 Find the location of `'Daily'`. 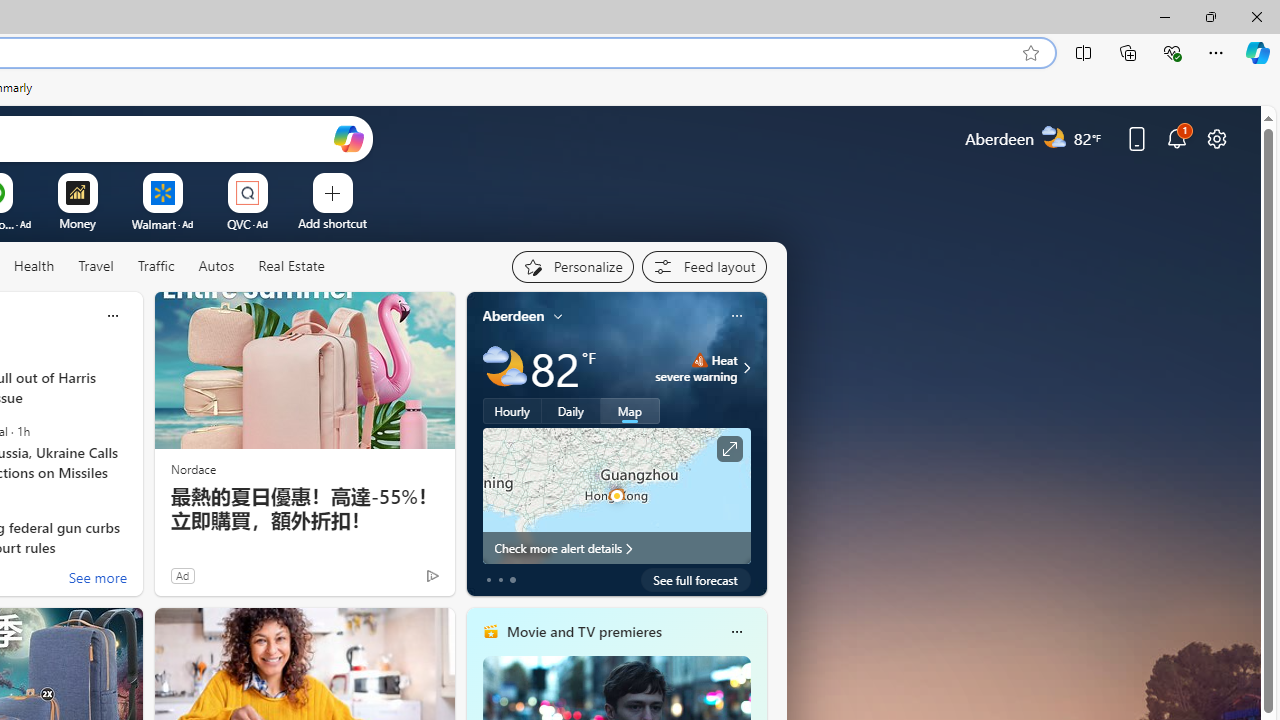

'Daily' is located at coordinates (570, 410).